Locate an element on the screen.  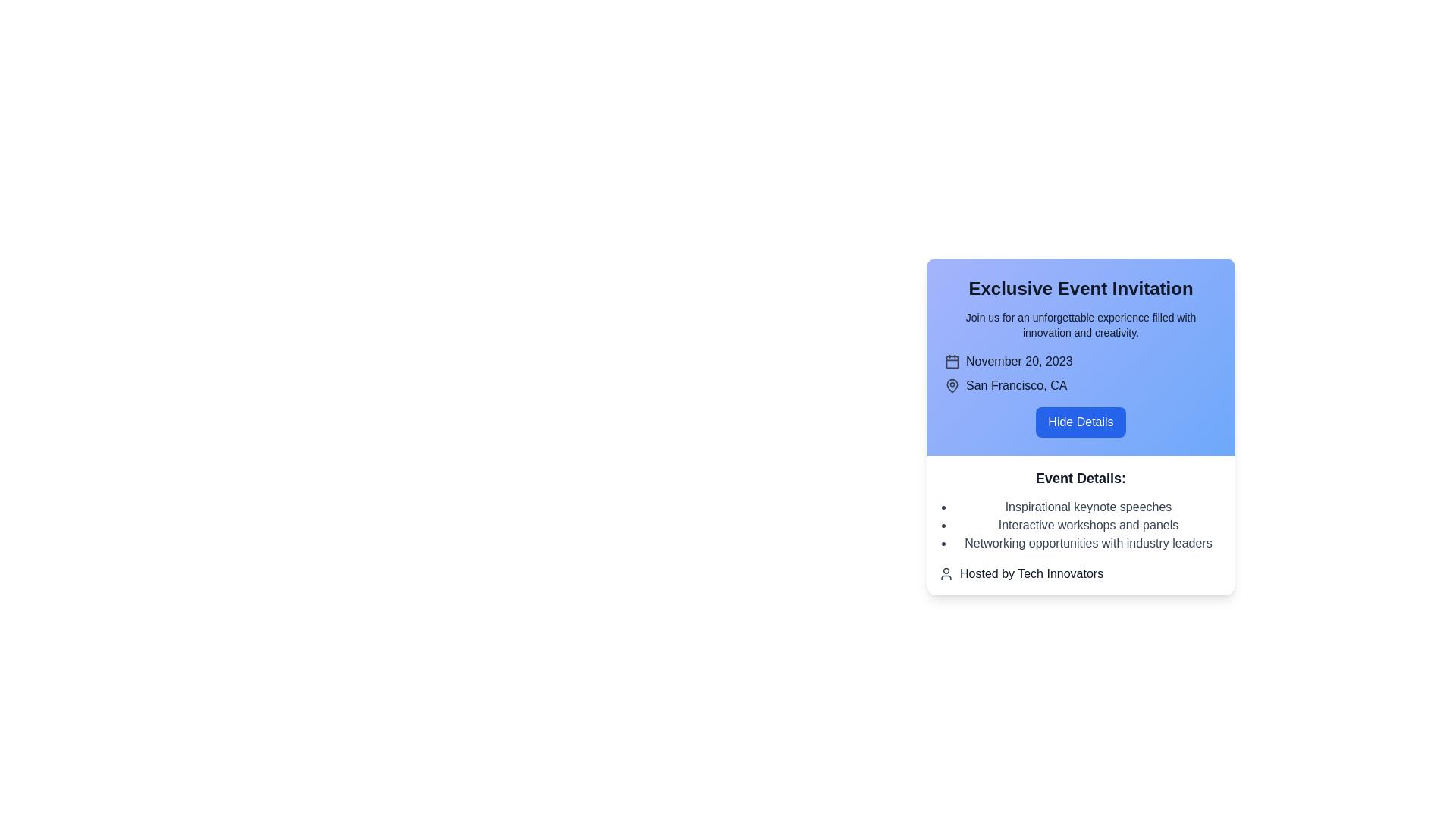
the text element displaying 'San Francisco, CA', which is located next to a location icon, to engage with adjacent elements is located at coordinates (1015, 385).